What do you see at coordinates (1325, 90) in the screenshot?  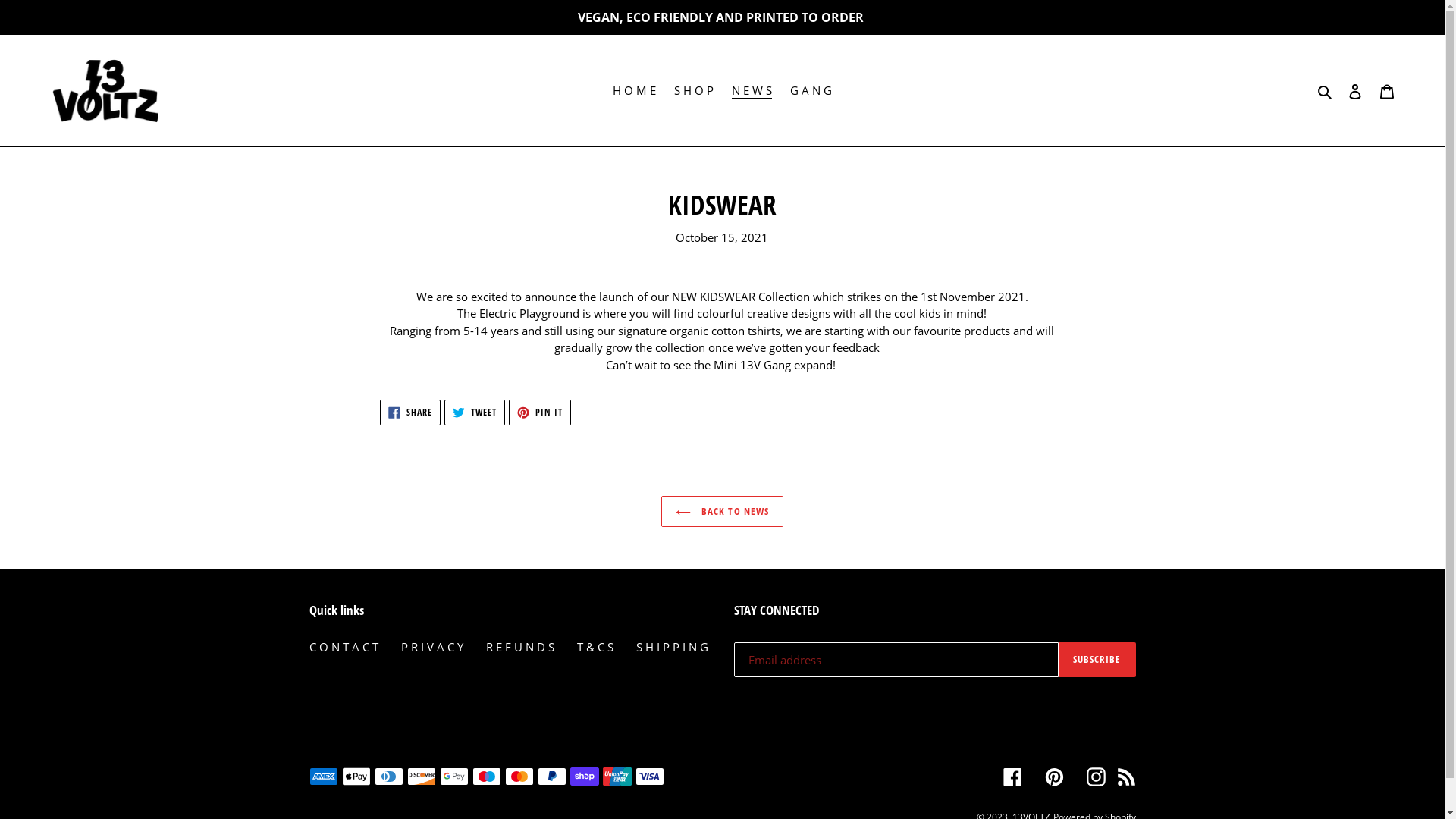 I see `'Search'` at bounding box center [1325, 90].